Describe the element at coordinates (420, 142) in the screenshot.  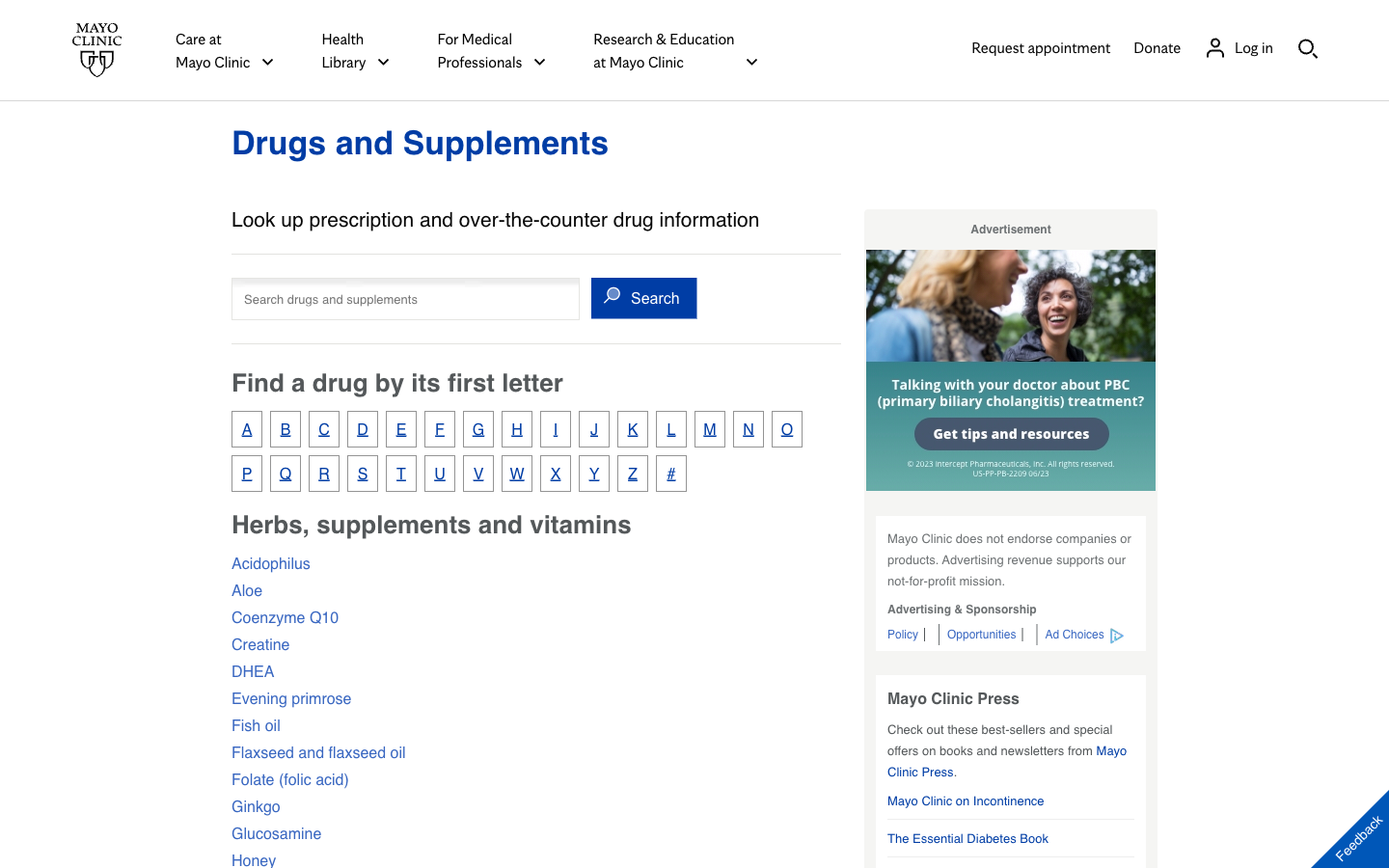
I see `Update the page by carrying out a refresh without typing anything` at that location.